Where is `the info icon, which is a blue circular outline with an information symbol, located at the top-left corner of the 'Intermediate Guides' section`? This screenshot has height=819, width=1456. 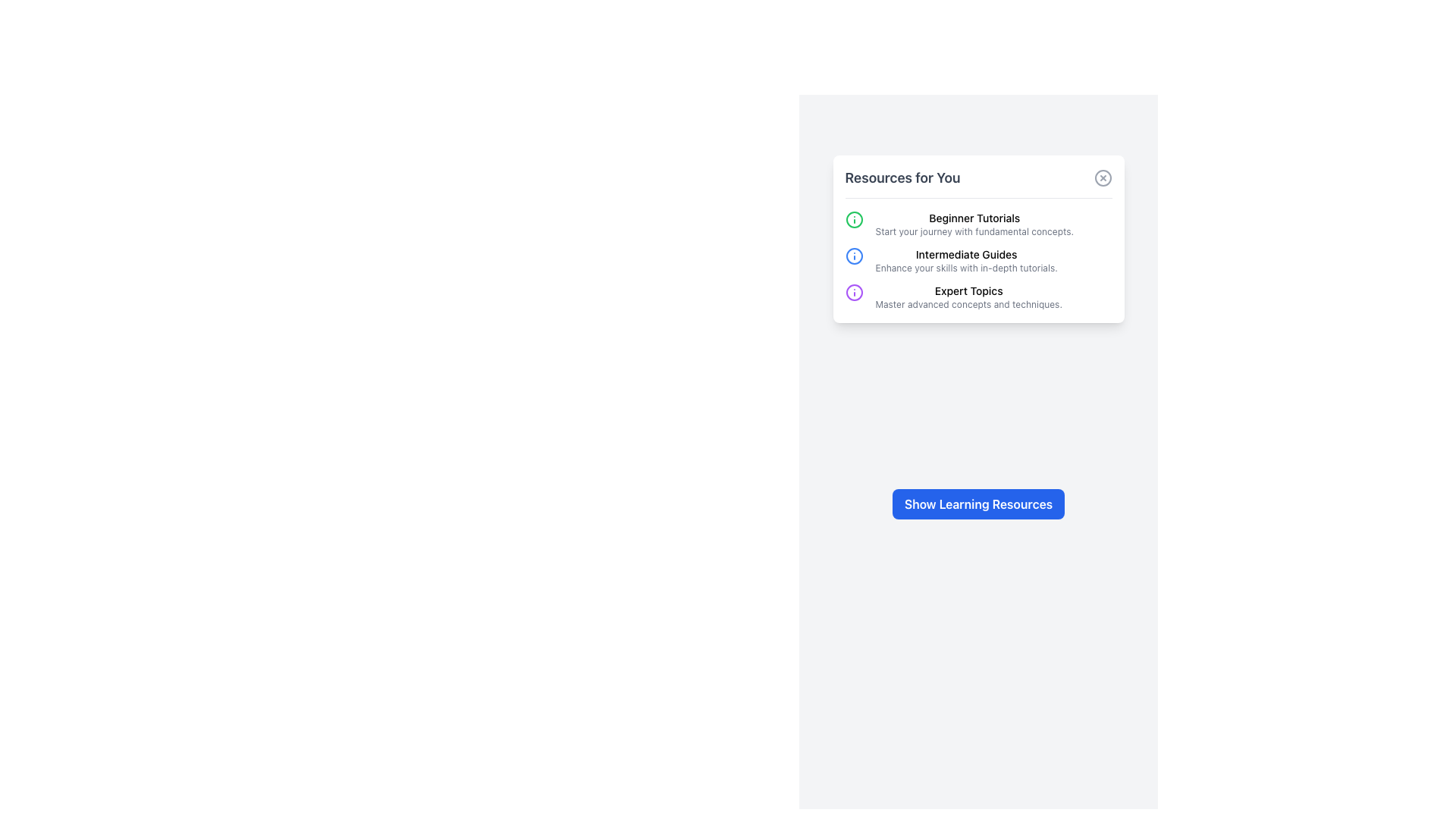 the info icon, which is a blue circular outline with an information symbol, located at the top-left corner of the 'Intermediate Guides' section is located at coordinates (854, 256).